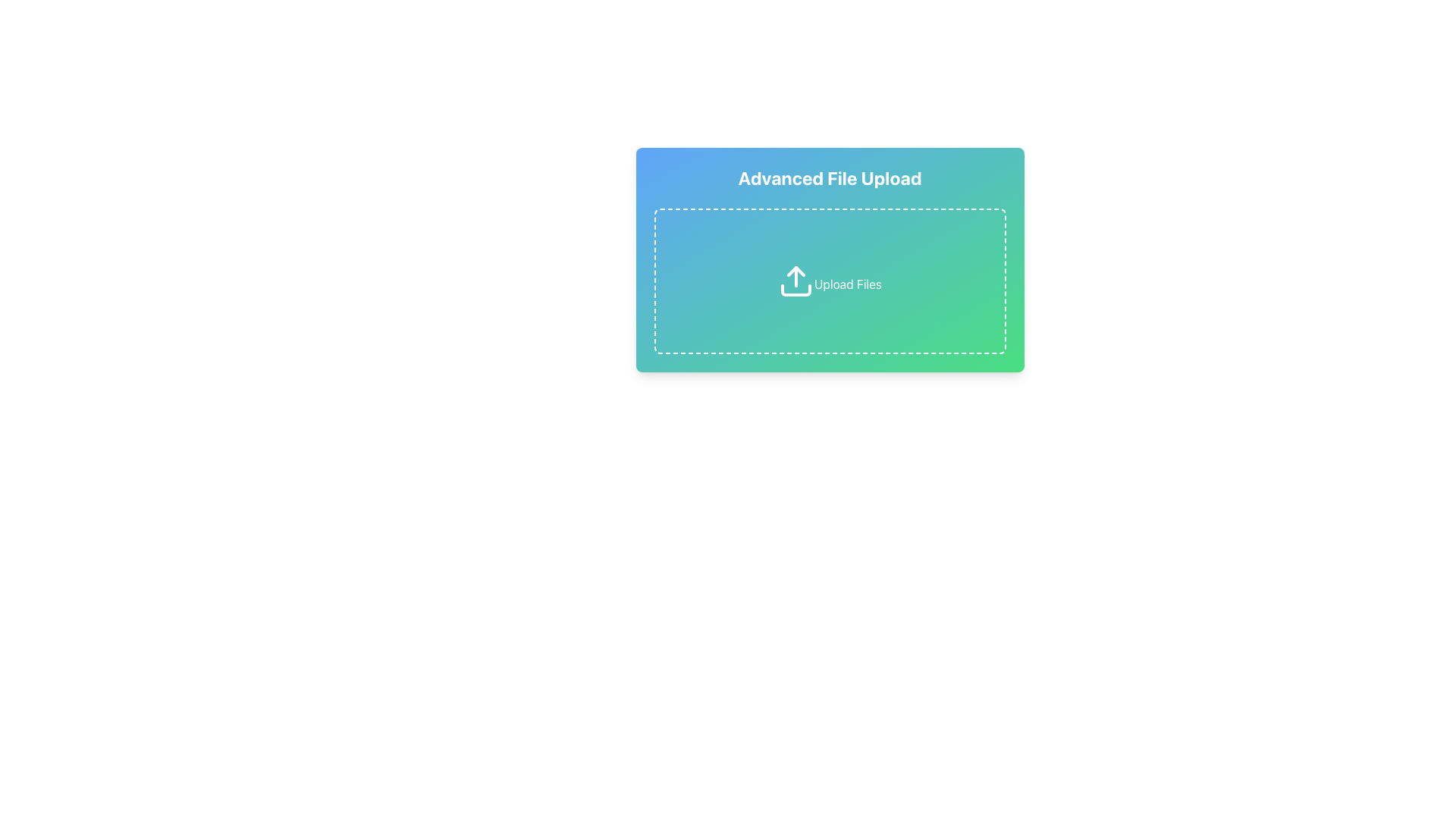 The width and height of the screenshot is (1456, 819). What do you see at coordinates (795, 281) in the screenshot?
I see `the white outlined upward arrow icon above a tray within the dashed border box of the 'Advanced File Upload' card to initiate file upload` at bounding box center [795, 281].